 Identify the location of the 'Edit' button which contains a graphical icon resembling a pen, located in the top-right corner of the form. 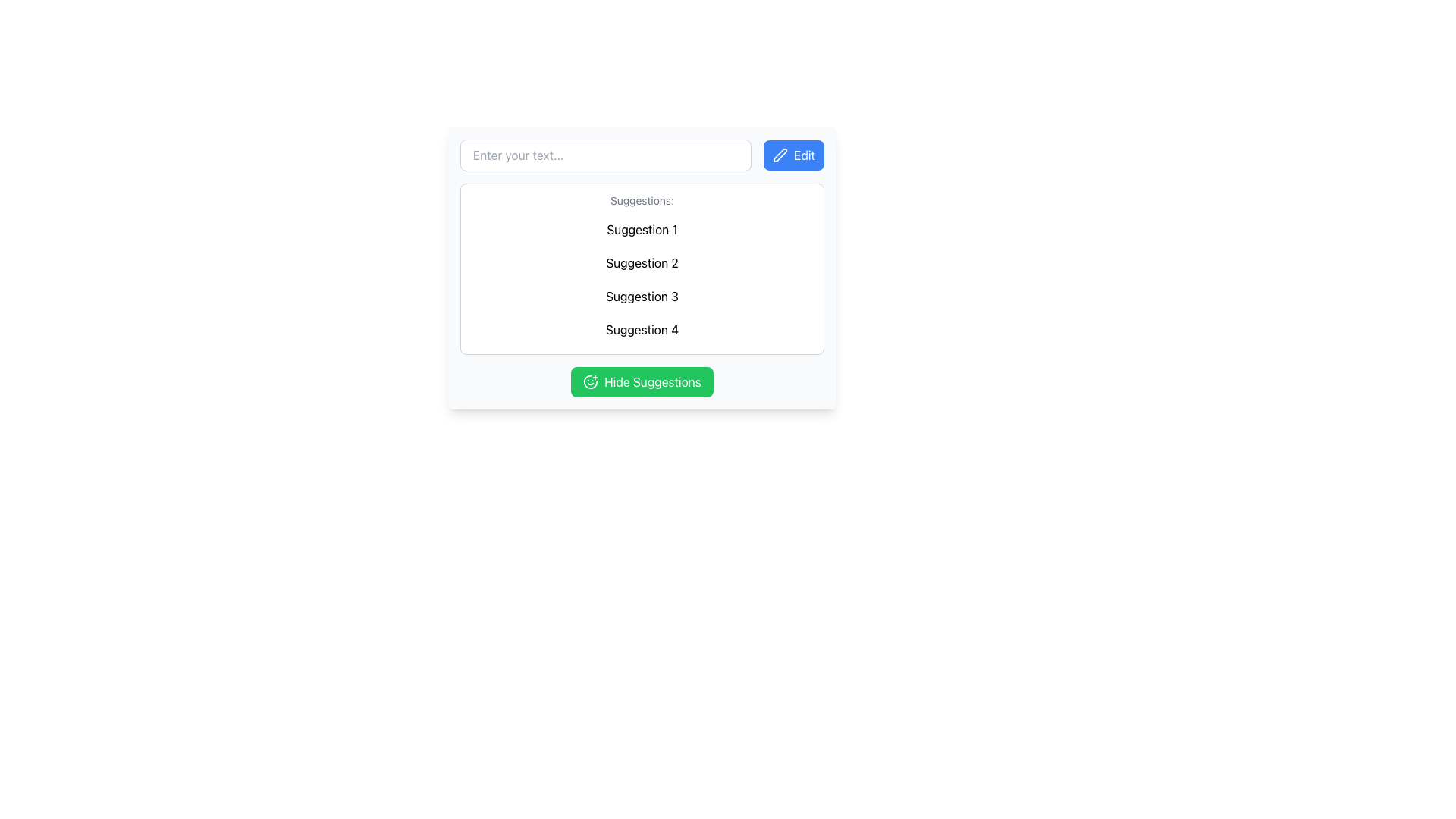
(780, 155).